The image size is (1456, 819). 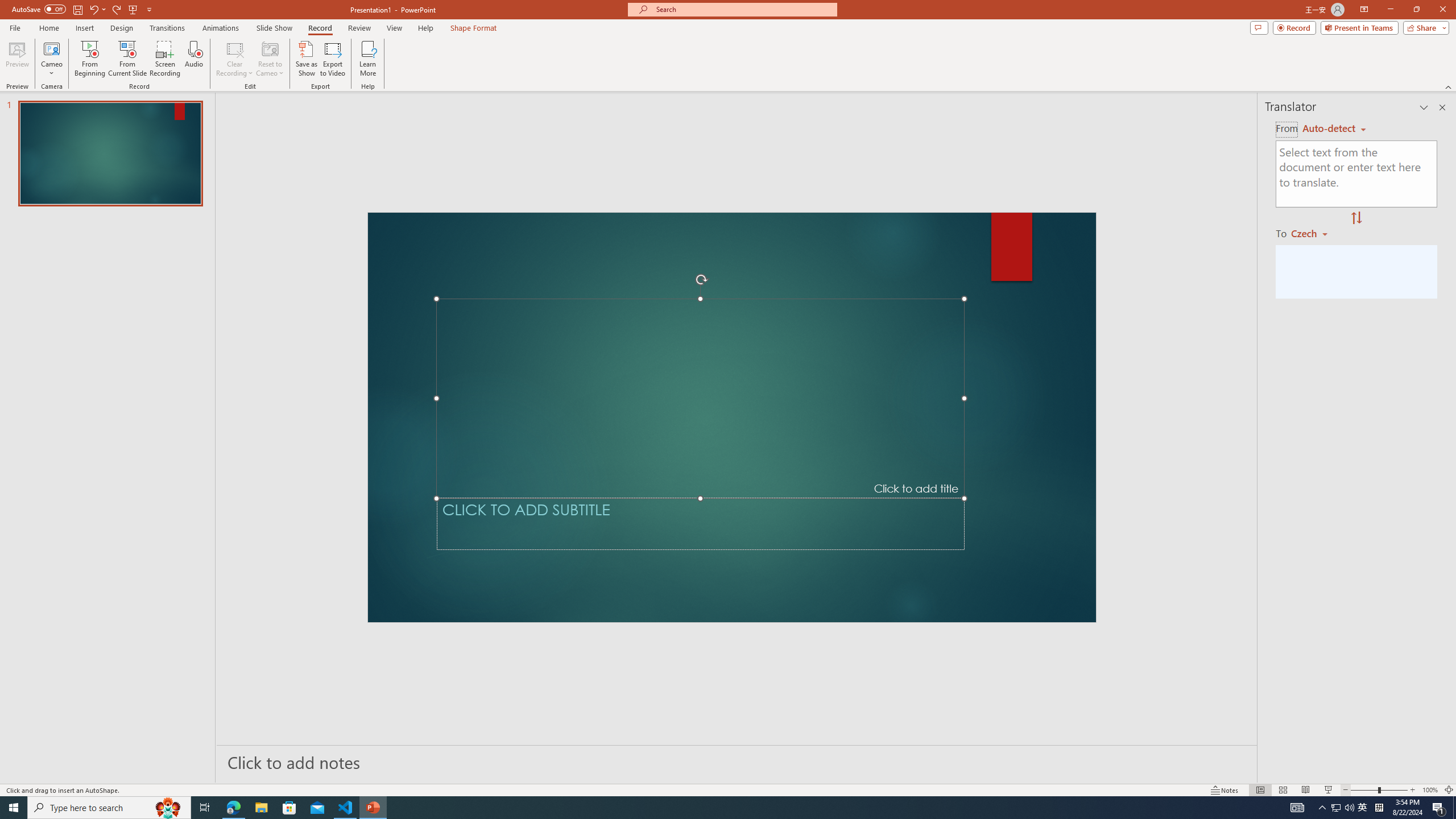 What do you see at coordinates (359, 28) in the screenshot?
I see `'Review'` at bounding box center [359, 28].